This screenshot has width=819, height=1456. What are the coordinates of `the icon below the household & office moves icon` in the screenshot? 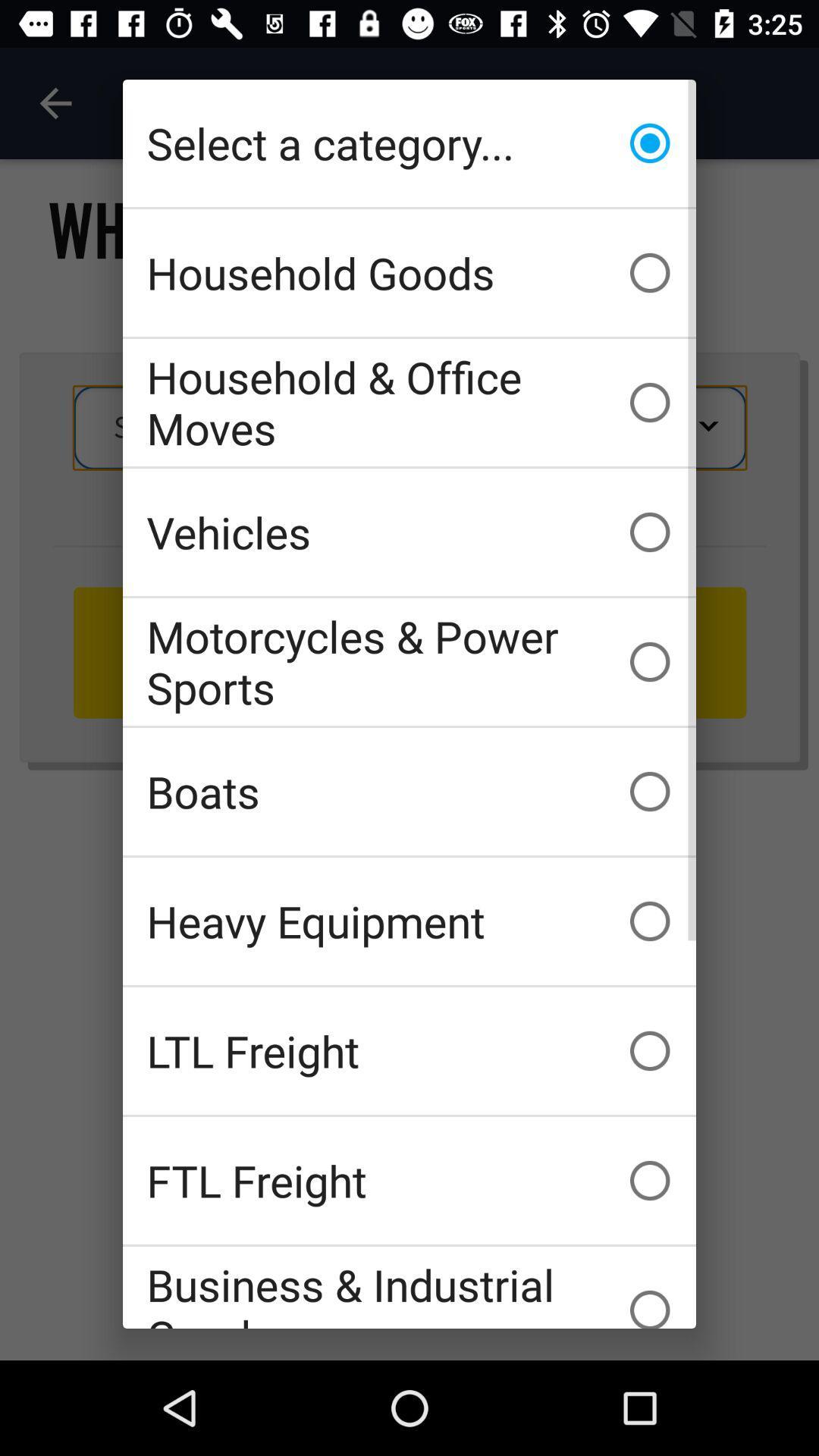 It's located at (409, 532).